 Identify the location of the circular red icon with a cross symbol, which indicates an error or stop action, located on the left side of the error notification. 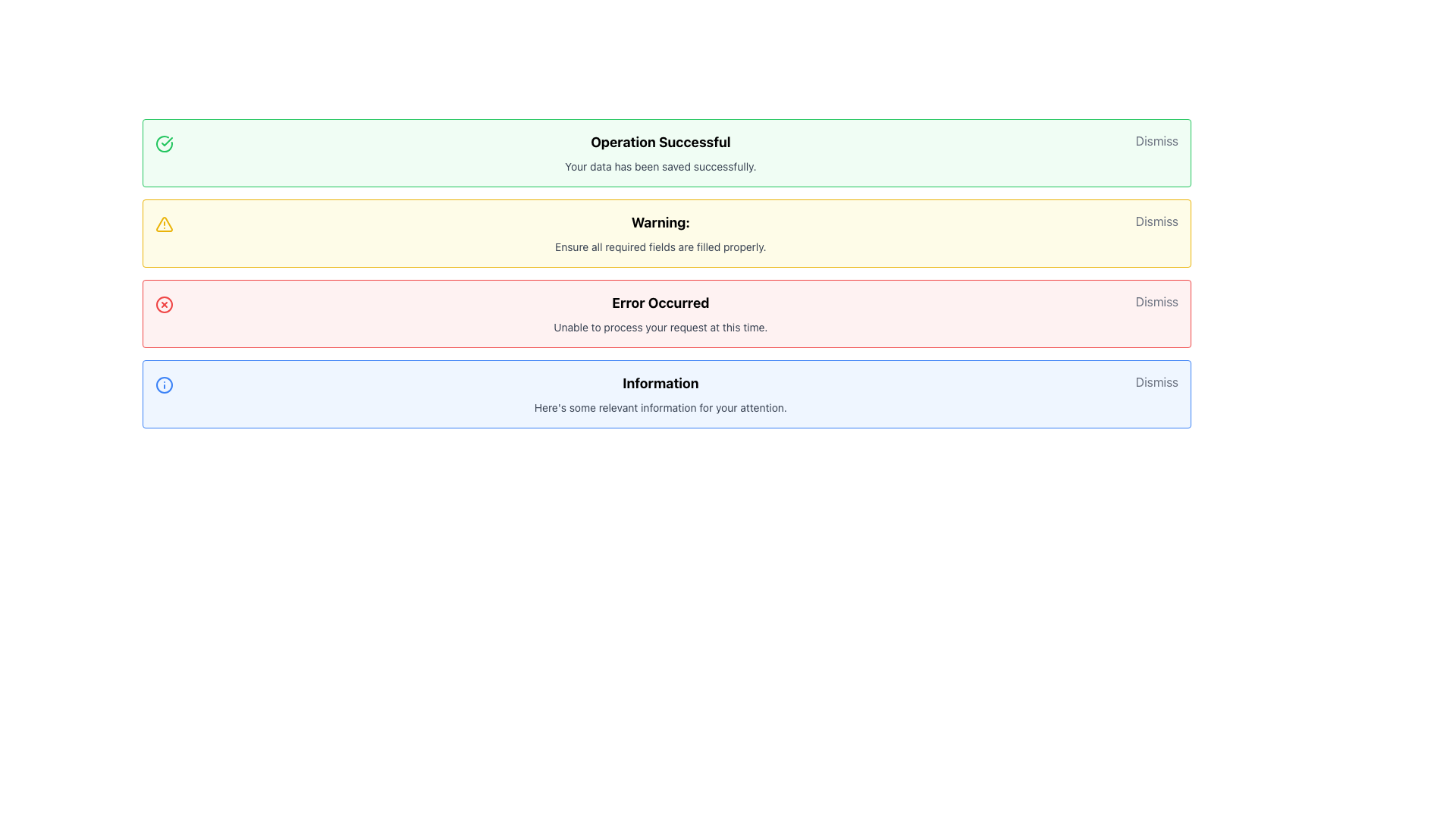
(164, 304).